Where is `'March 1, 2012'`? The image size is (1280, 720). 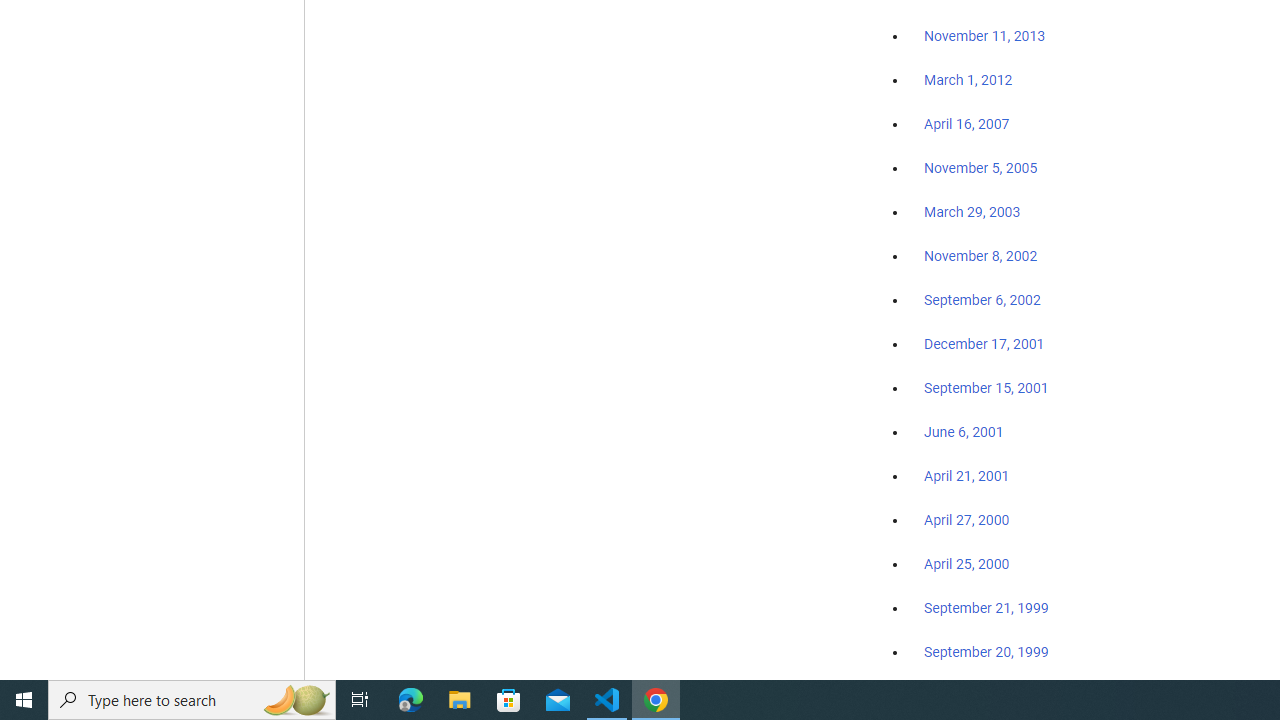 'March 1, 2012' is located at coordinates (968, 80).